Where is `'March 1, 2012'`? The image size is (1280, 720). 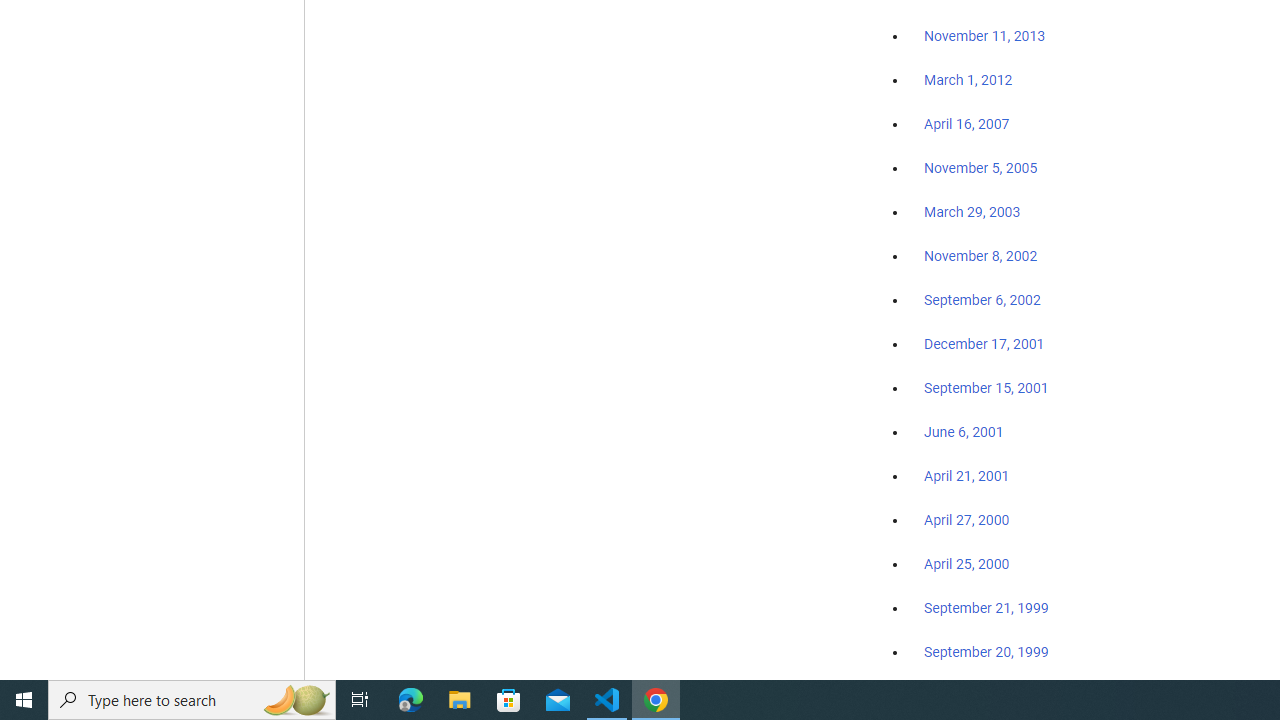 'March 1, 2012' is located at coordinates (968, 80).